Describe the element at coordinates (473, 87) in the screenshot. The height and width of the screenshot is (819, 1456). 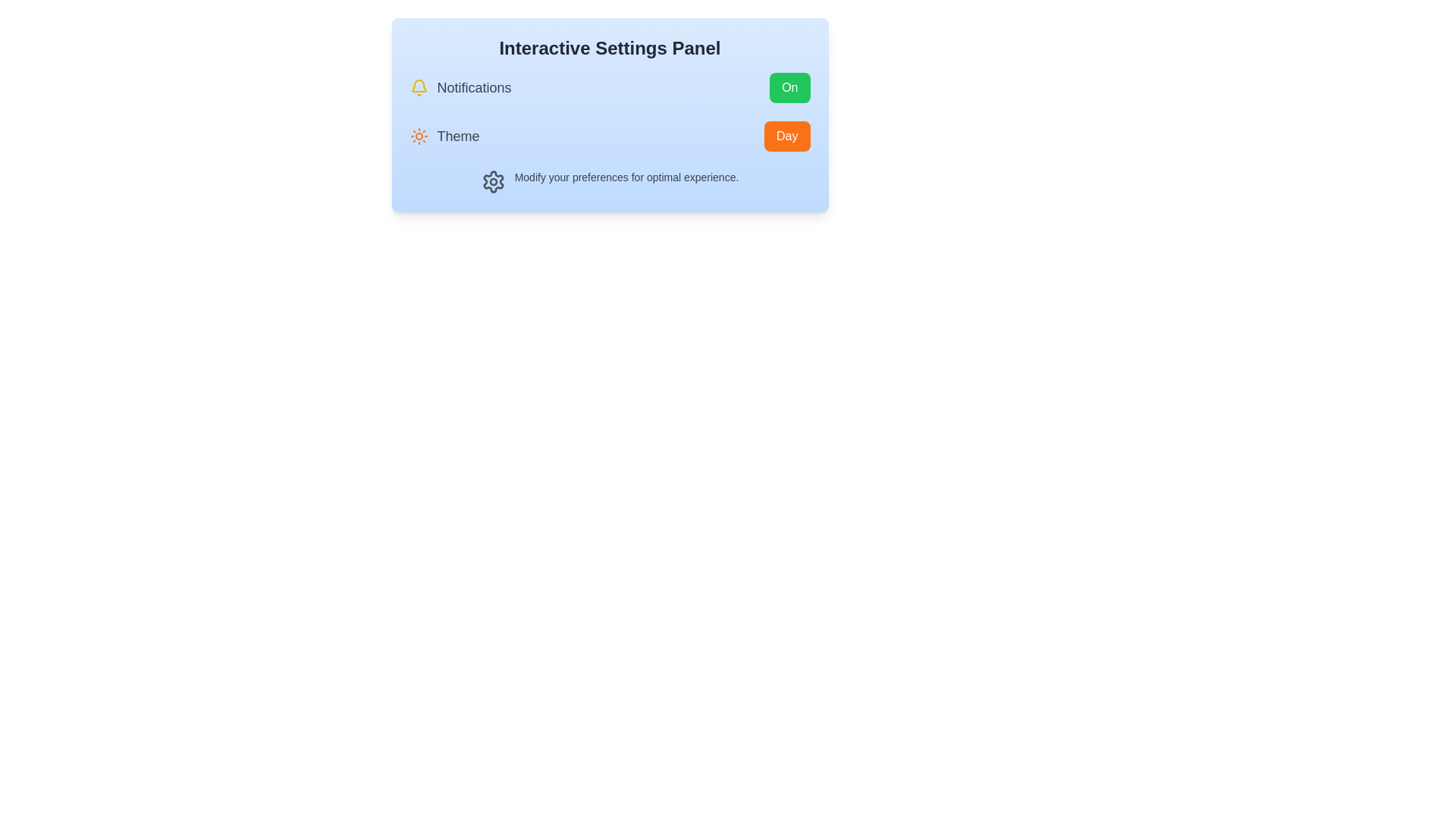
I see `the 'Notifications' text label, which is displayed in a medium gray bold font within a light blue panel, located to the right of a yellow bell icon` at that location.